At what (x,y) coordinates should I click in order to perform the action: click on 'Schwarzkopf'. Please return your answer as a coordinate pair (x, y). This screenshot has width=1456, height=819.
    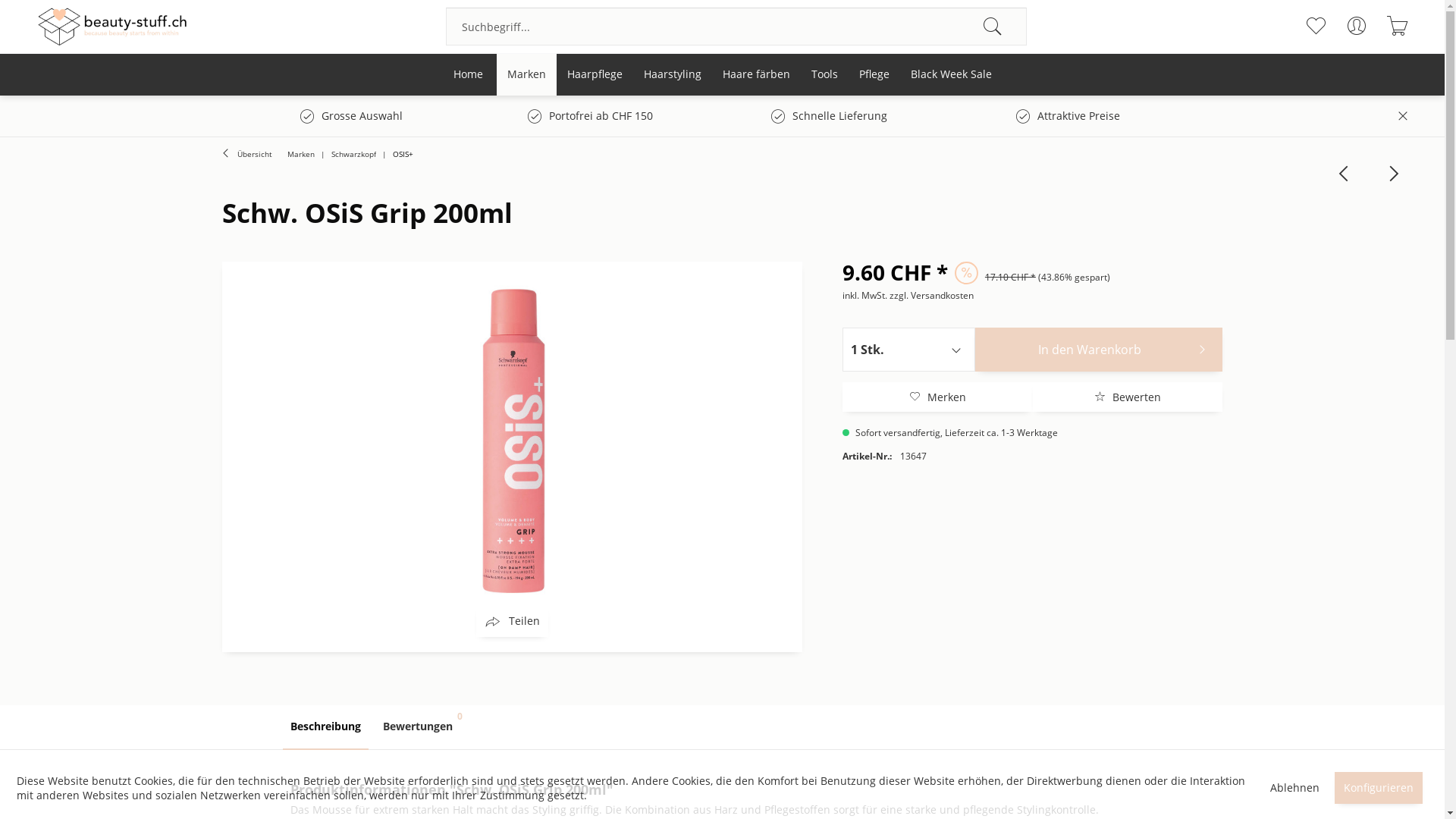
    Looking at the image, I should click on (330, 154).